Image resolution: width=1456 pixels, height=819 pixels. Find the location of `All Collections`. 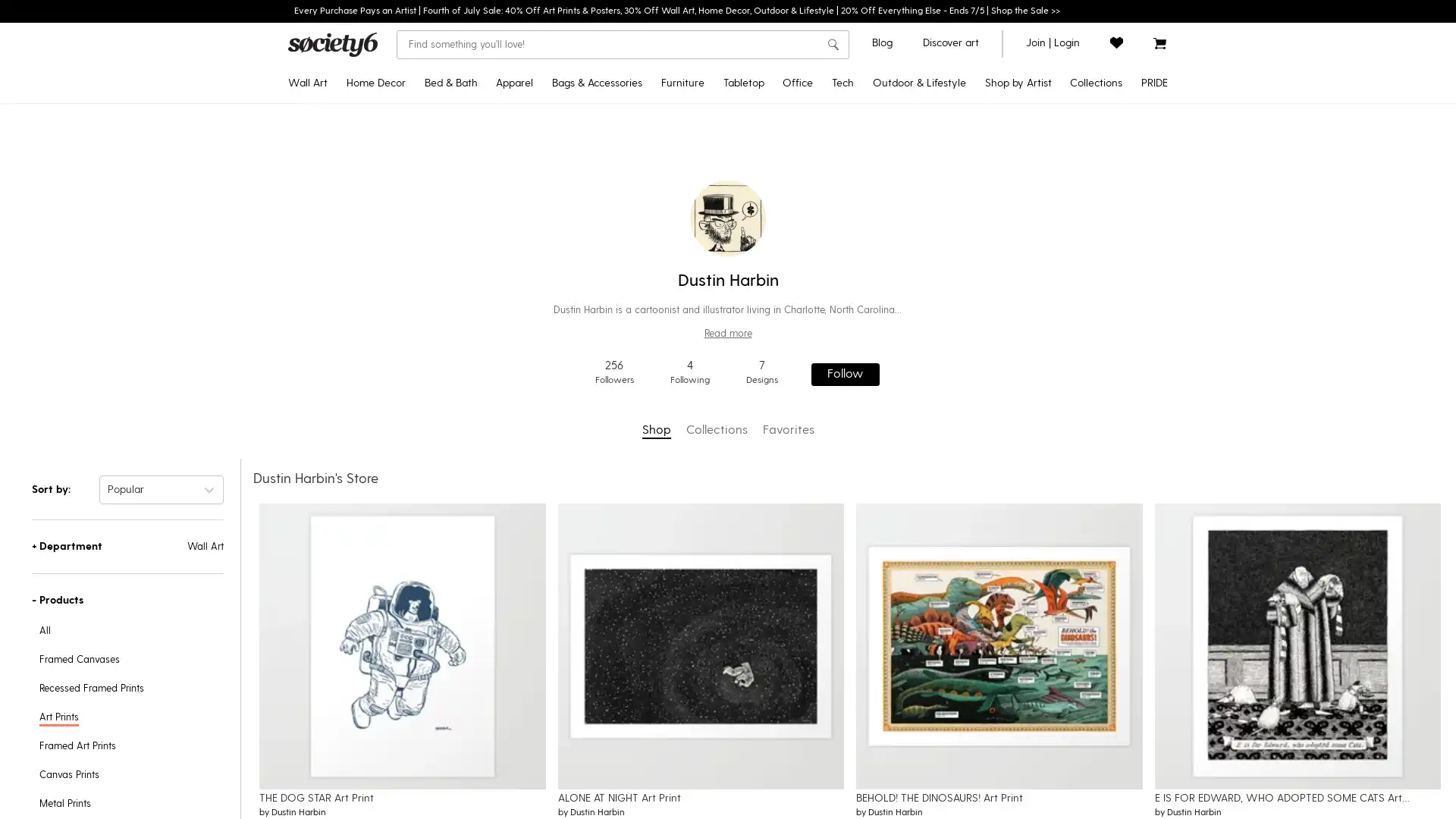

All Collections is located at coordinates (1040, 439).